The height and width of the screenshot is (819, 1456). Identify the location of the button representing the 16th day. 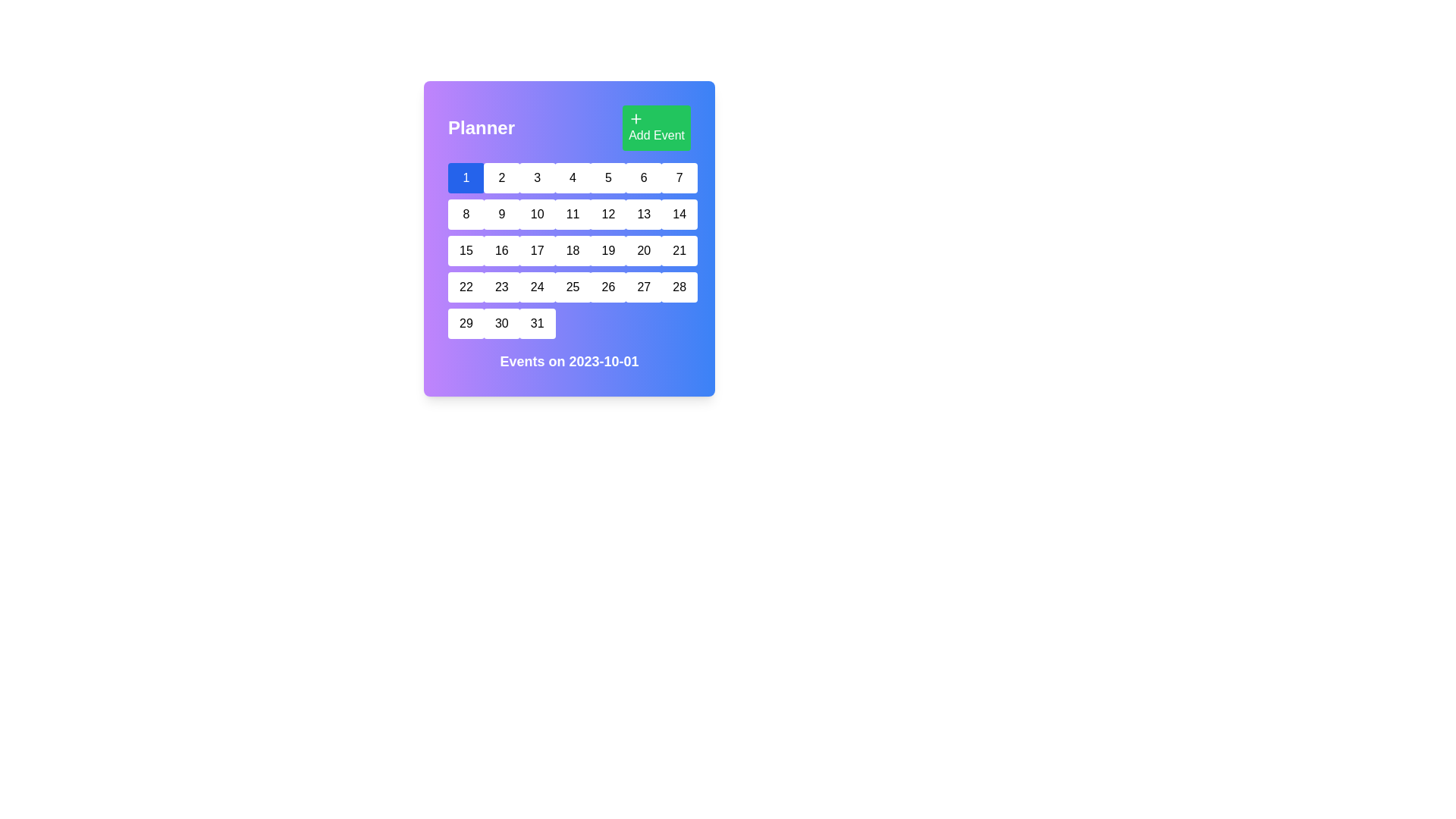
(501, 250).